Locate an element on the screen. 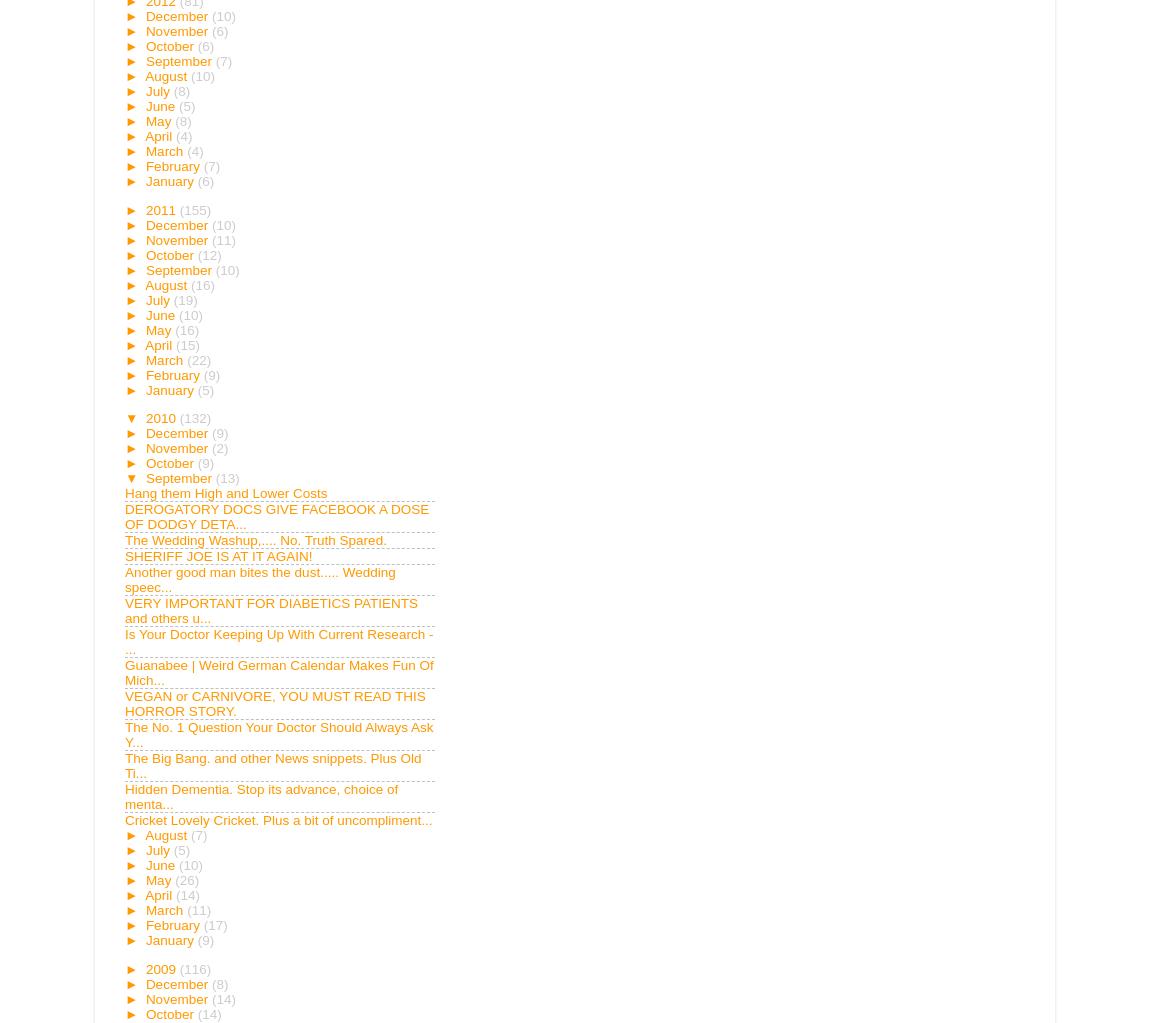 The image size is (1150, 1023). 'Guanabee | Weird German Calendar Makes Fun Of Mich...' is located at coordinates (124, 672).